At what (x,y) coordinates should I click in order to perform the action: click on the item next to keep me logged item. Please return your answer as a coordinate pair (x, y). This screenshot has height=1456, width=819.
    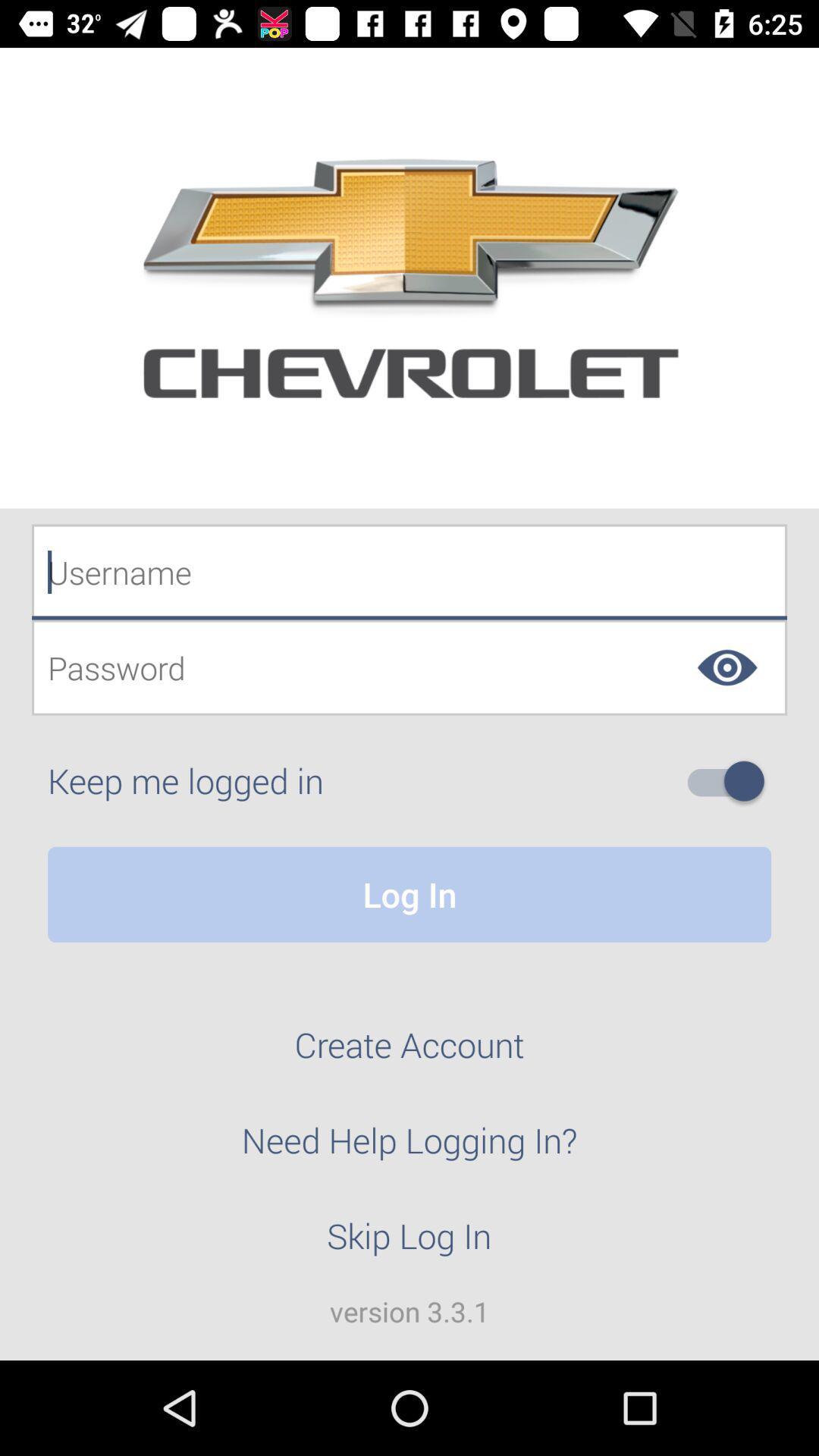
    Looking at the image, I should click on (731, 781).